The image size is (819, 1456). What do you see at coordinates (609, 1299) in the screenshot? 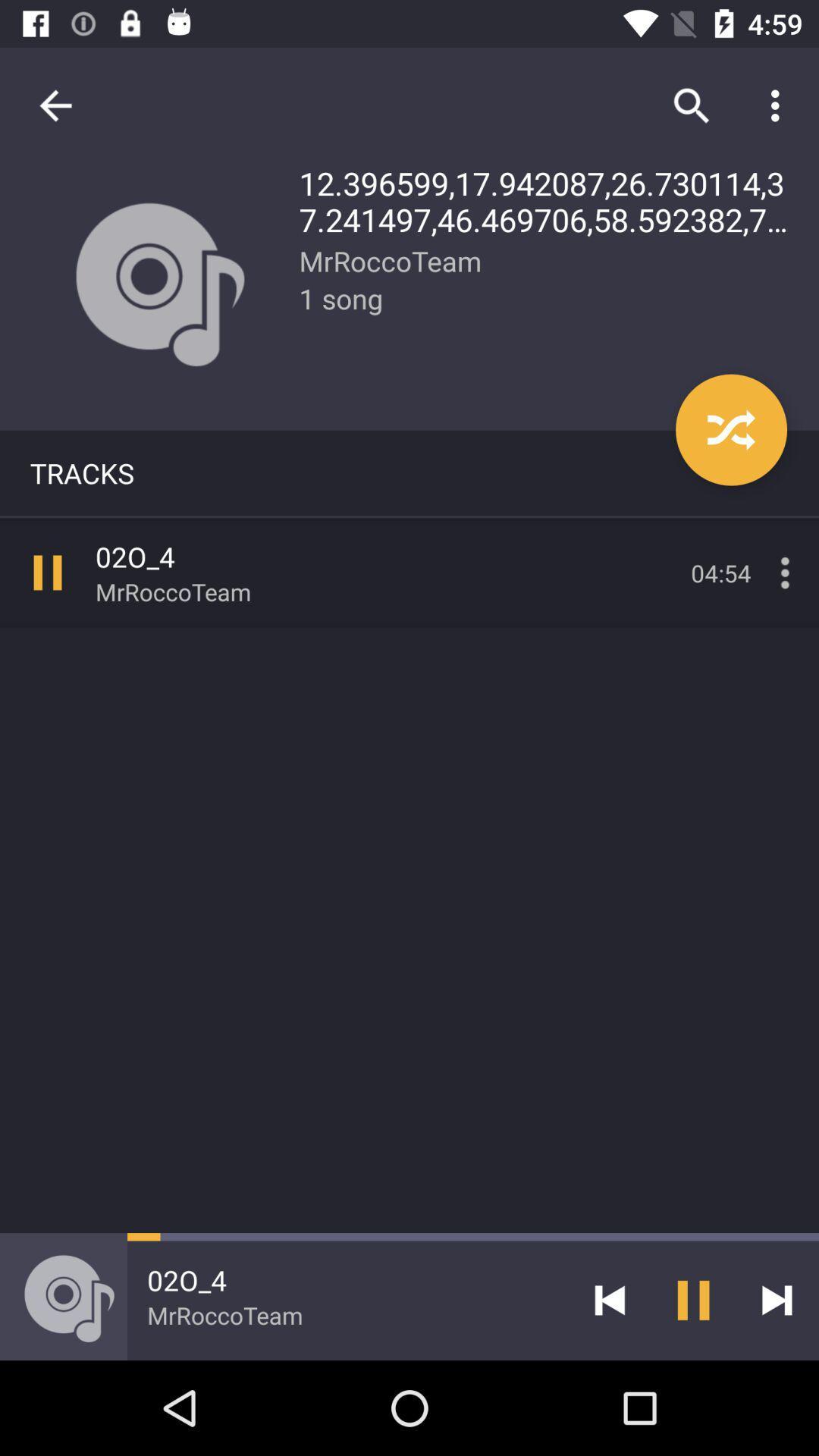
I see `icon to the right of the 02o_4` at bounding box center [609, 1299].